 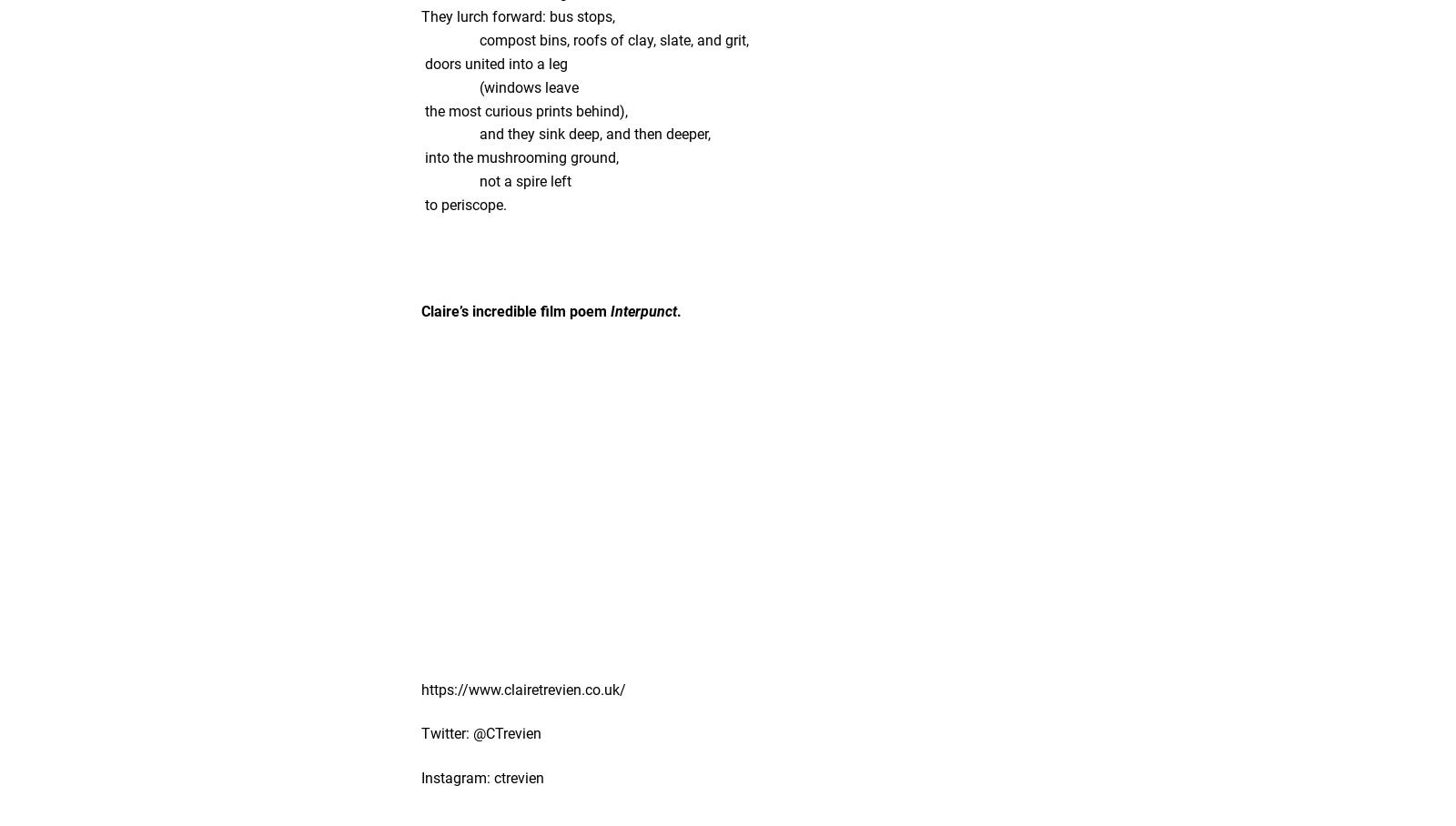 What do you see at coordinates (499, 86) in the screenshot?
I see `'(windows leave'` at bounding box center [499, 86].